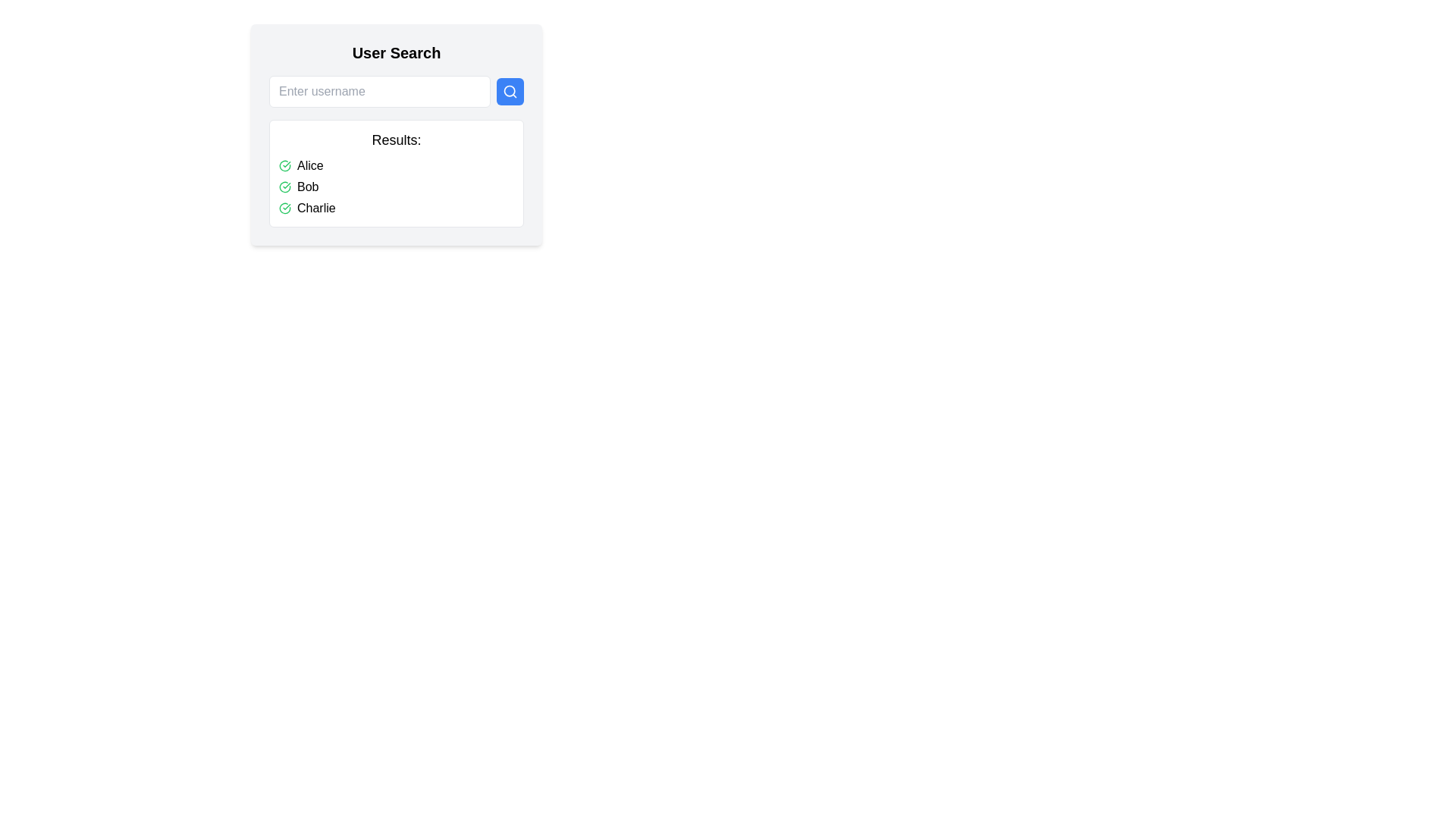 Image resolution: width=1456 pixels, height=819 pixels. Describe the element at coordinates (307, 186) in the screenshot. I see `the text label 'Bob'` at that location.